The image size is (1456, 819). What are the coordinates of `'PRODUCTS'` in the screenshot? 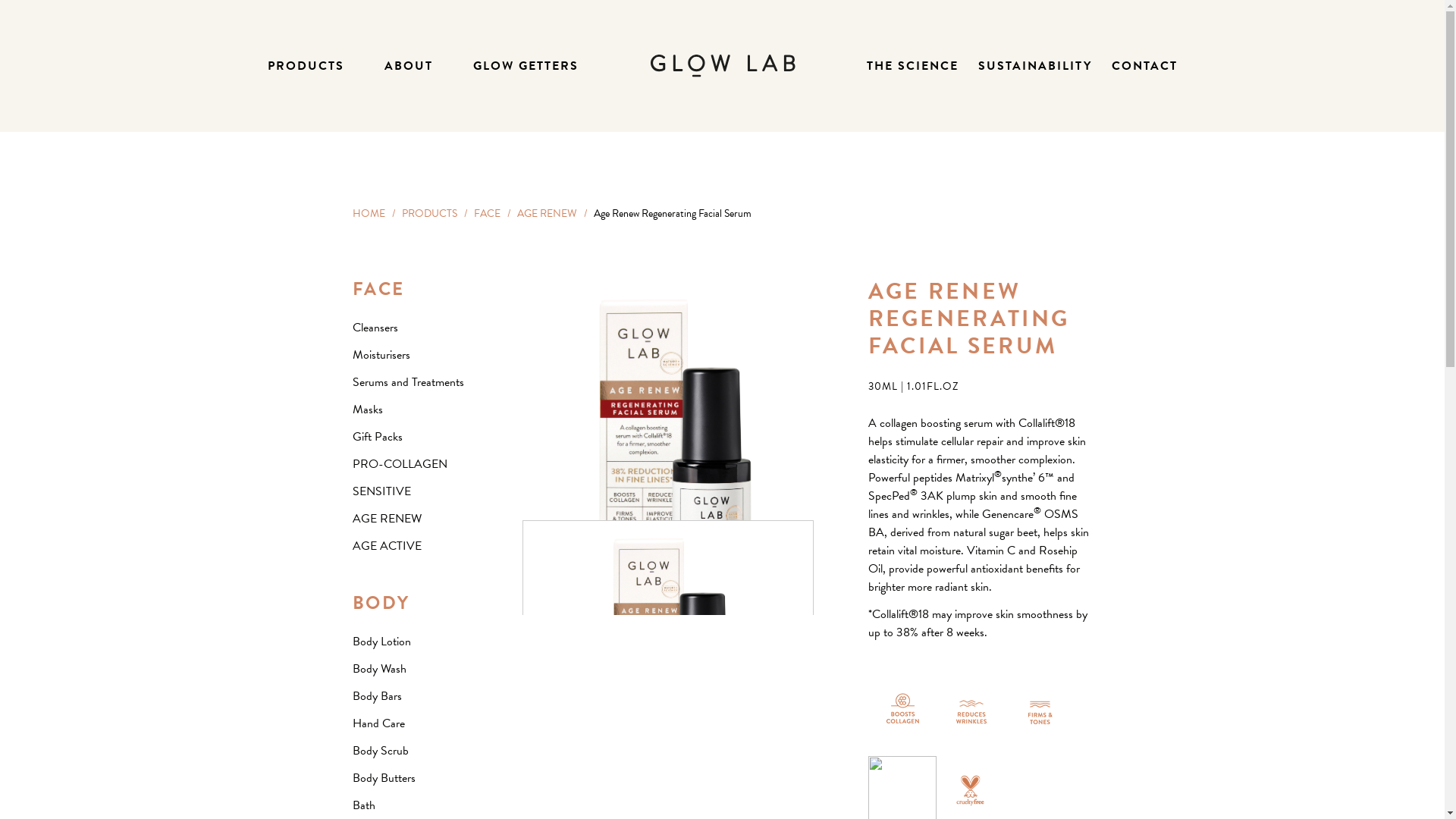 It's located at (304, 65).